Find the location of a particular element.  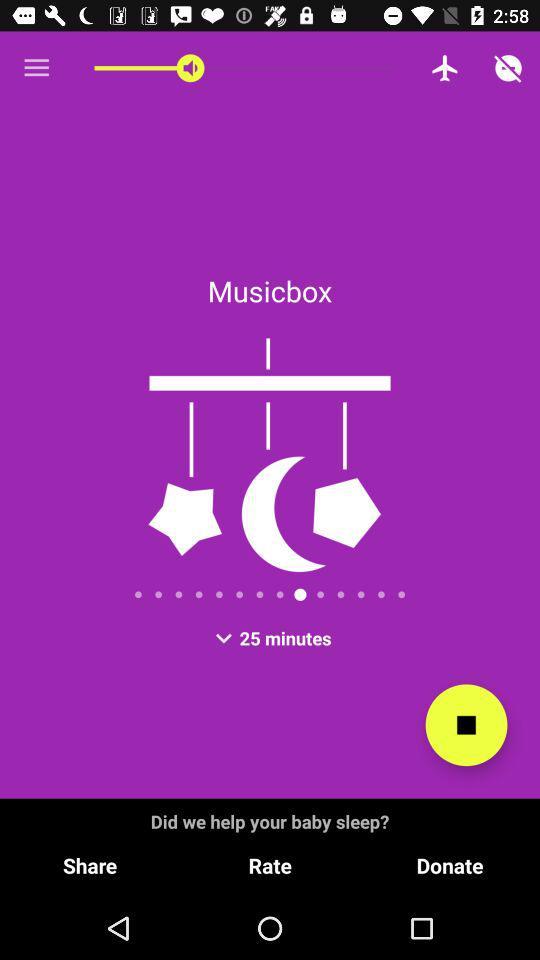

stop button is located at coordinates (466, 724).